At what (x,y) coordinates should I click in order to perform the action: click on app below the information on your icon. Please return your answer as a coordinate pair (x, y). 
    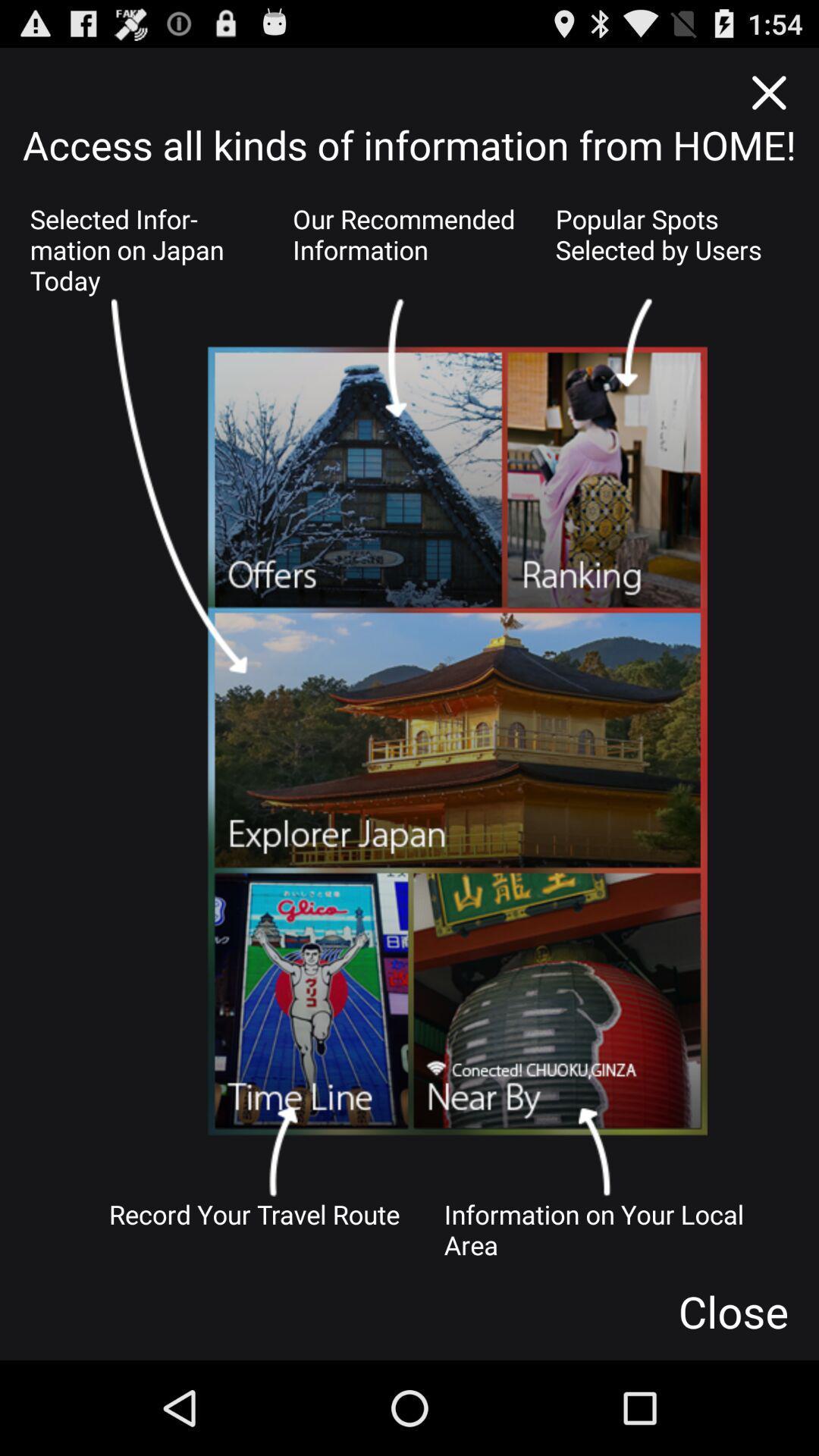
    Looking at the image, I should click on (733, 1310).